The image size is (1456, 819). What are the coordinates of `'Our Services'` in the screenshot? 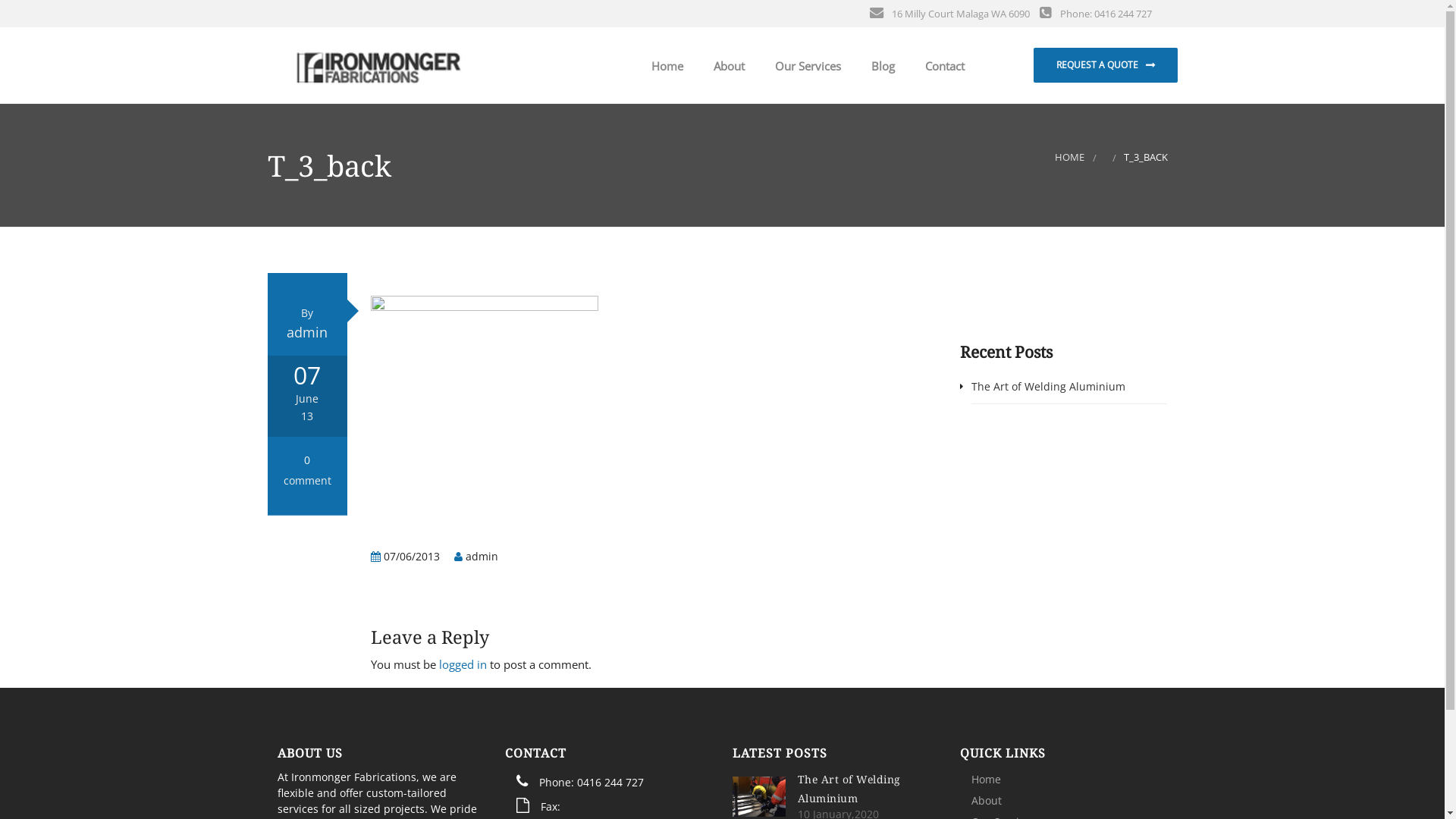 It's located at (804, 65).